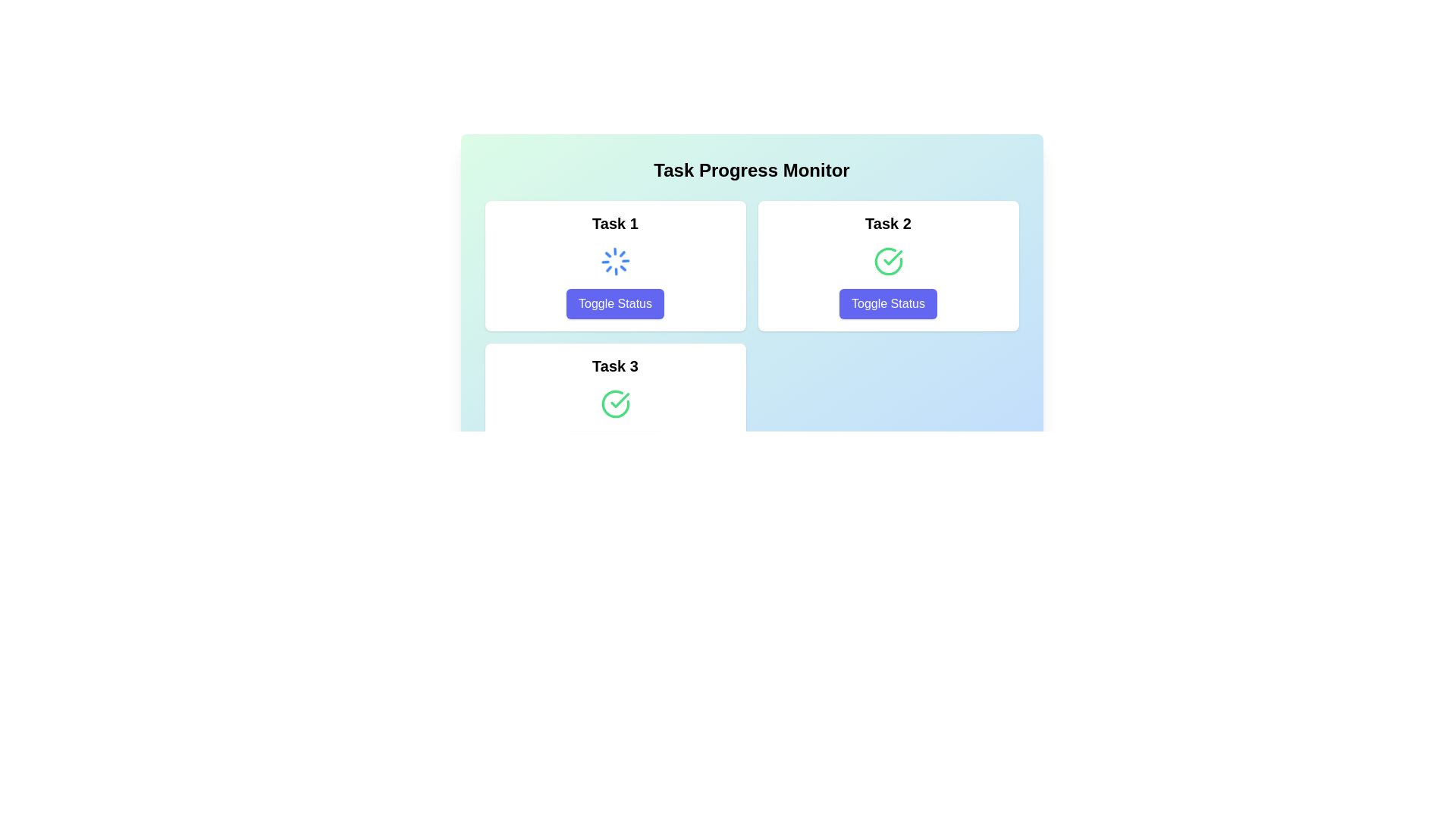  What do you see at coordinates (620, 400) in the screenshot?
I see `the green checkmark icon located within the Task 3 card, which is positioned above the 'Toggle Status' button and below the 'Task 3' label` at bounding box center [620, 400].